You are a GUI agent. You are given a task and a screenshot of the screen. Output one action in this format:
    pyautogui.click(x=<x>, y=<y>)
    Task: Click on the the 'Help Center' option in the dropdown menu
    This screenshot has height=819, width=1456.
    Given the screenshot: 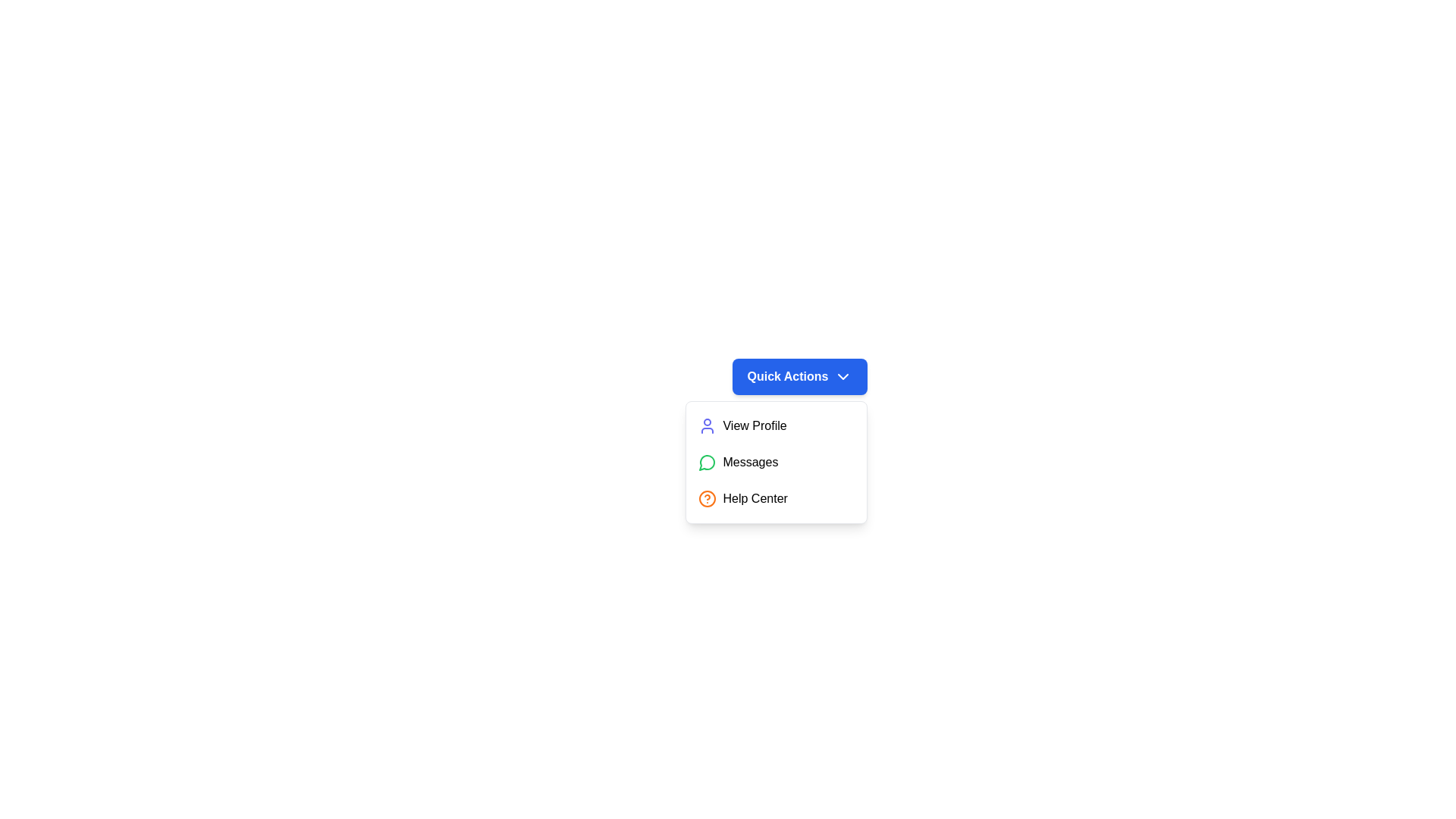 What is the action you would take?
    pyautogui.click(x=776, y=499)
    